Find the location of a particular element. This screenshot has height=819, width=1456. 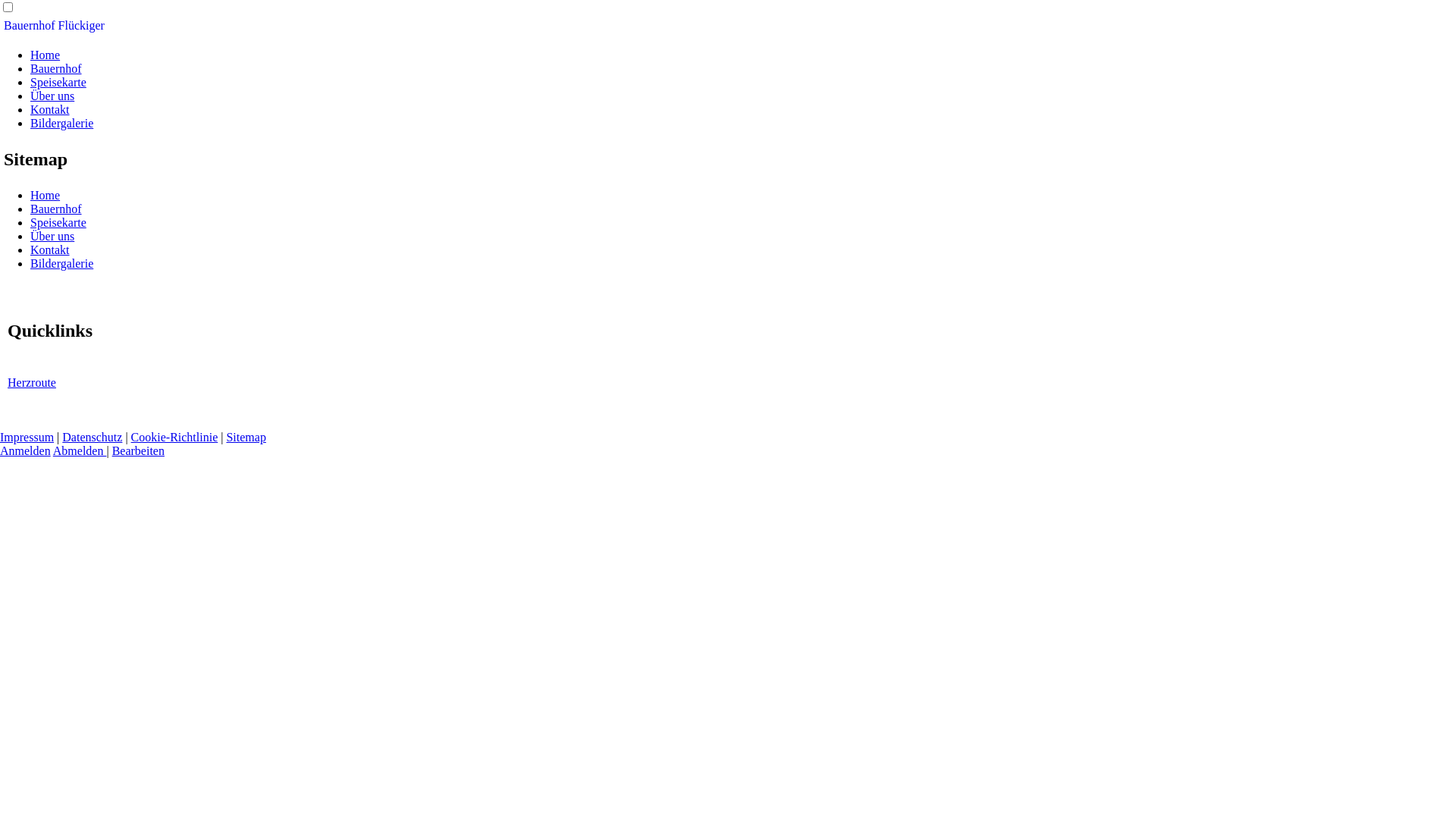

'Abmelden' is located at coordinates (79, 450).